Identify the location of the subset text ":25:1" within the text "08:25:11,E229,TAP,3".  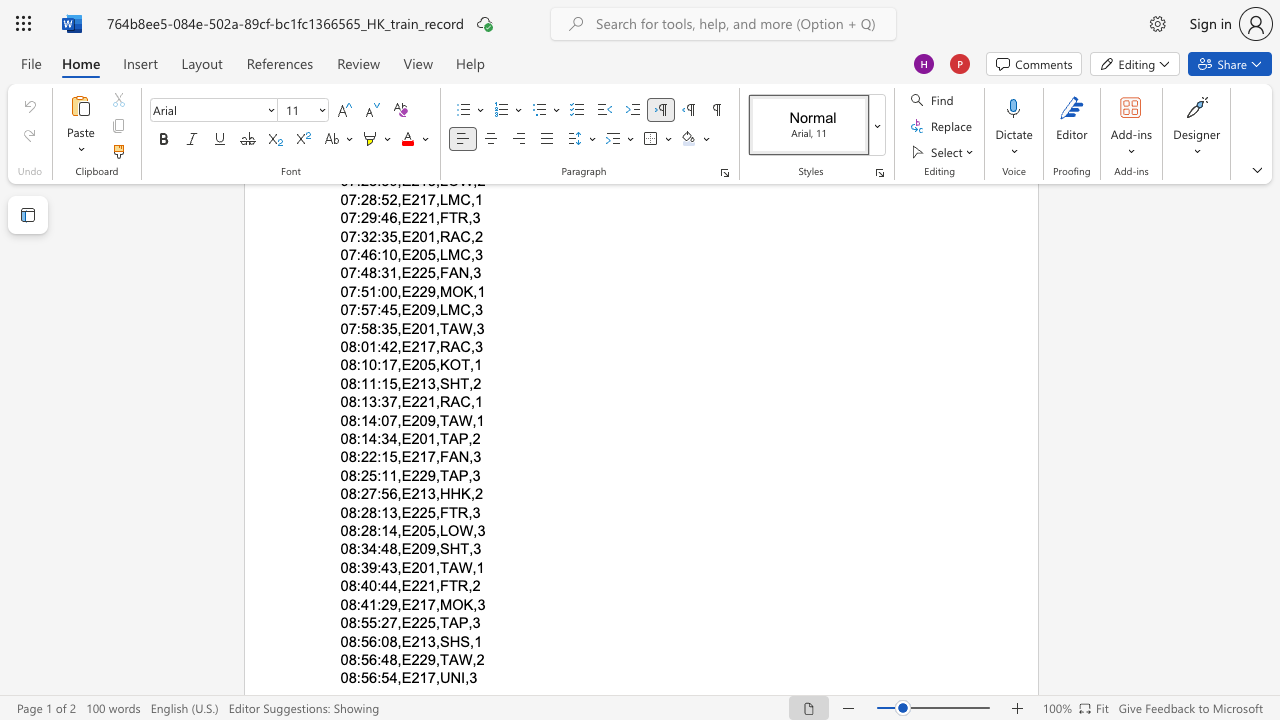
(356, 475).